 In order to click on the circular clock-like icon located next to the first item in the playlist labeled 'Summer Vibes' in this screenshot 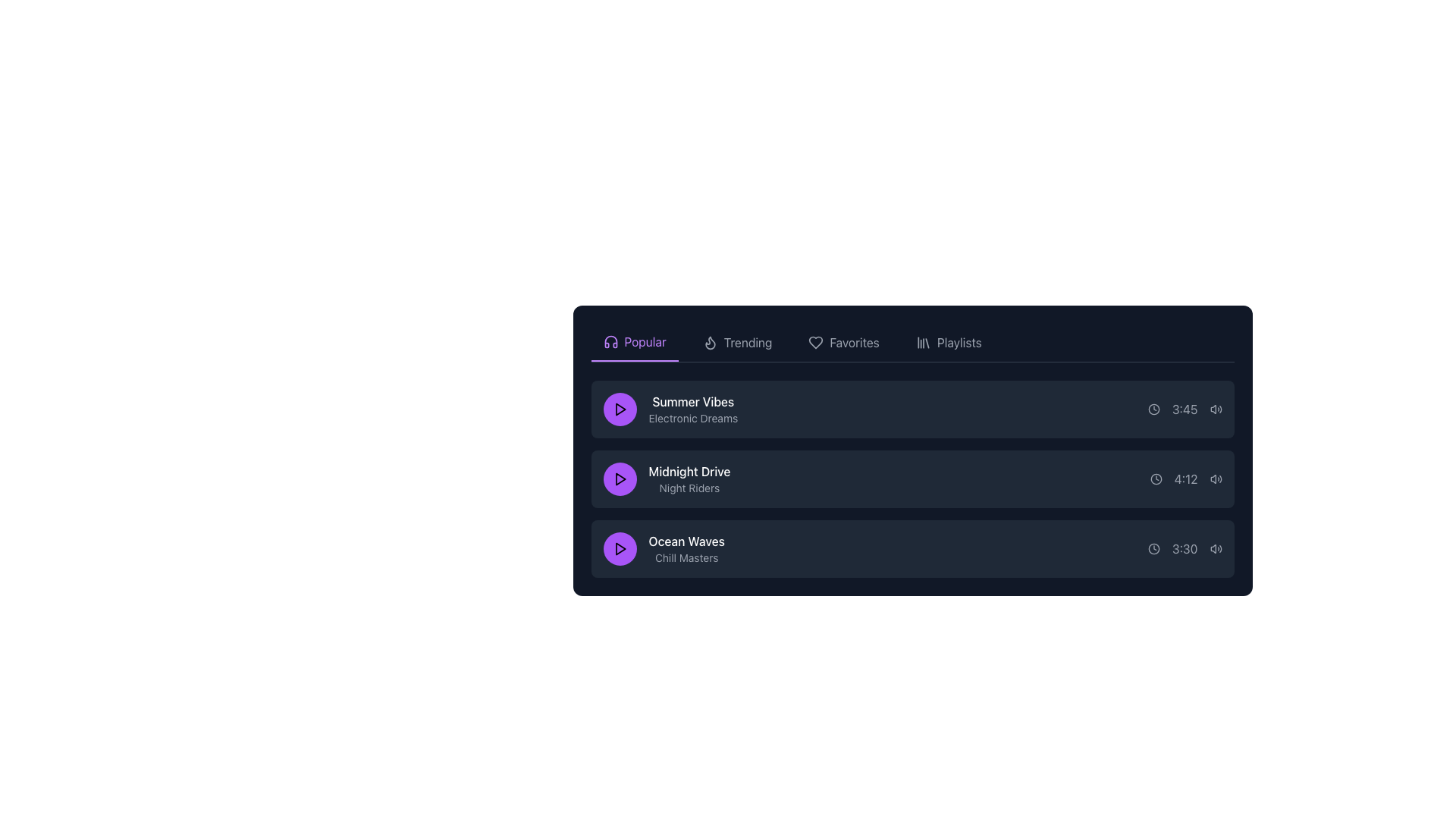, I will do `click(1153, 409)`.